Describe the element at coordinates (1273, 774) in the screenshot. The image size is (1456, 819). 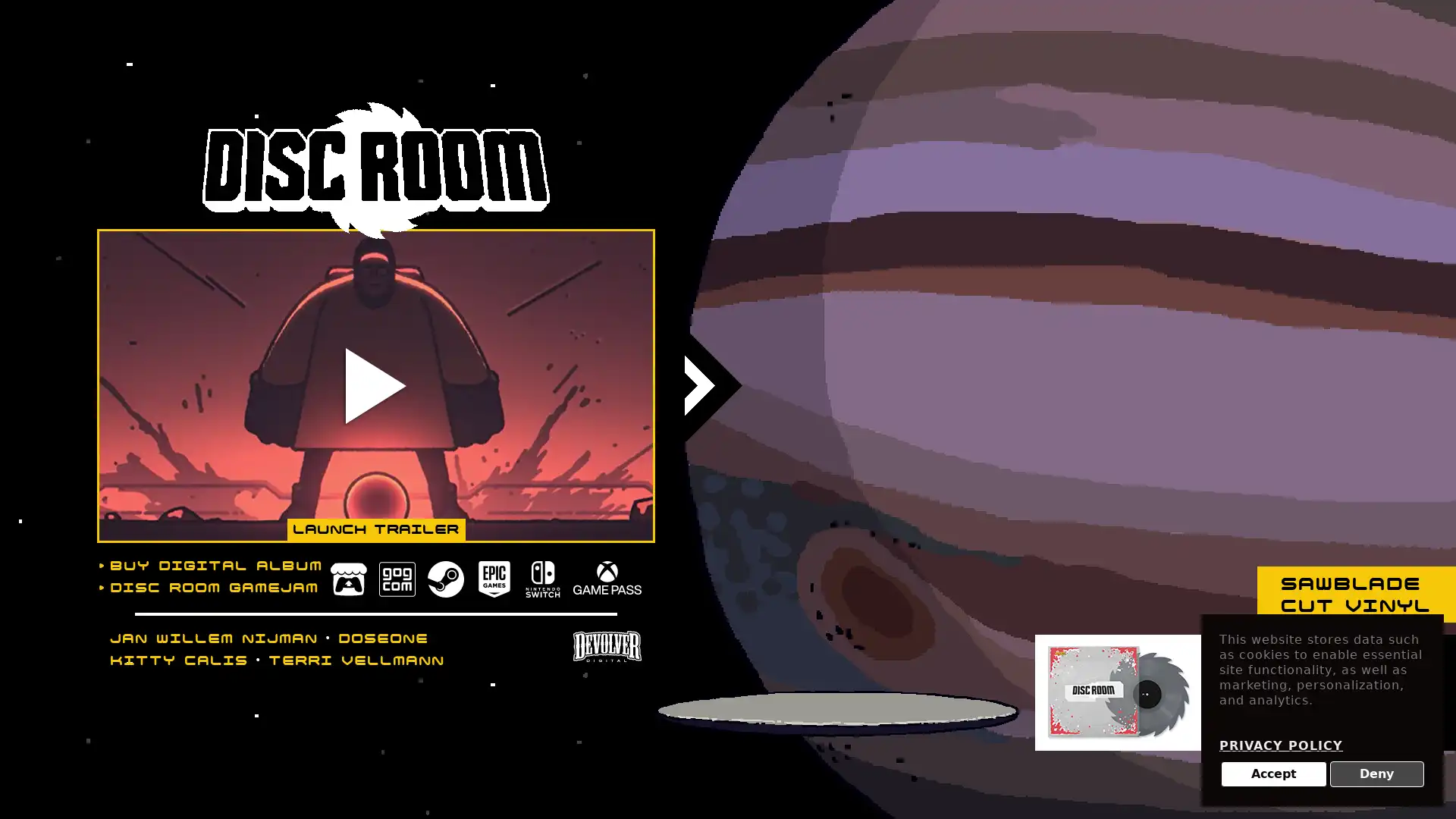
I see `Accept` at that location.